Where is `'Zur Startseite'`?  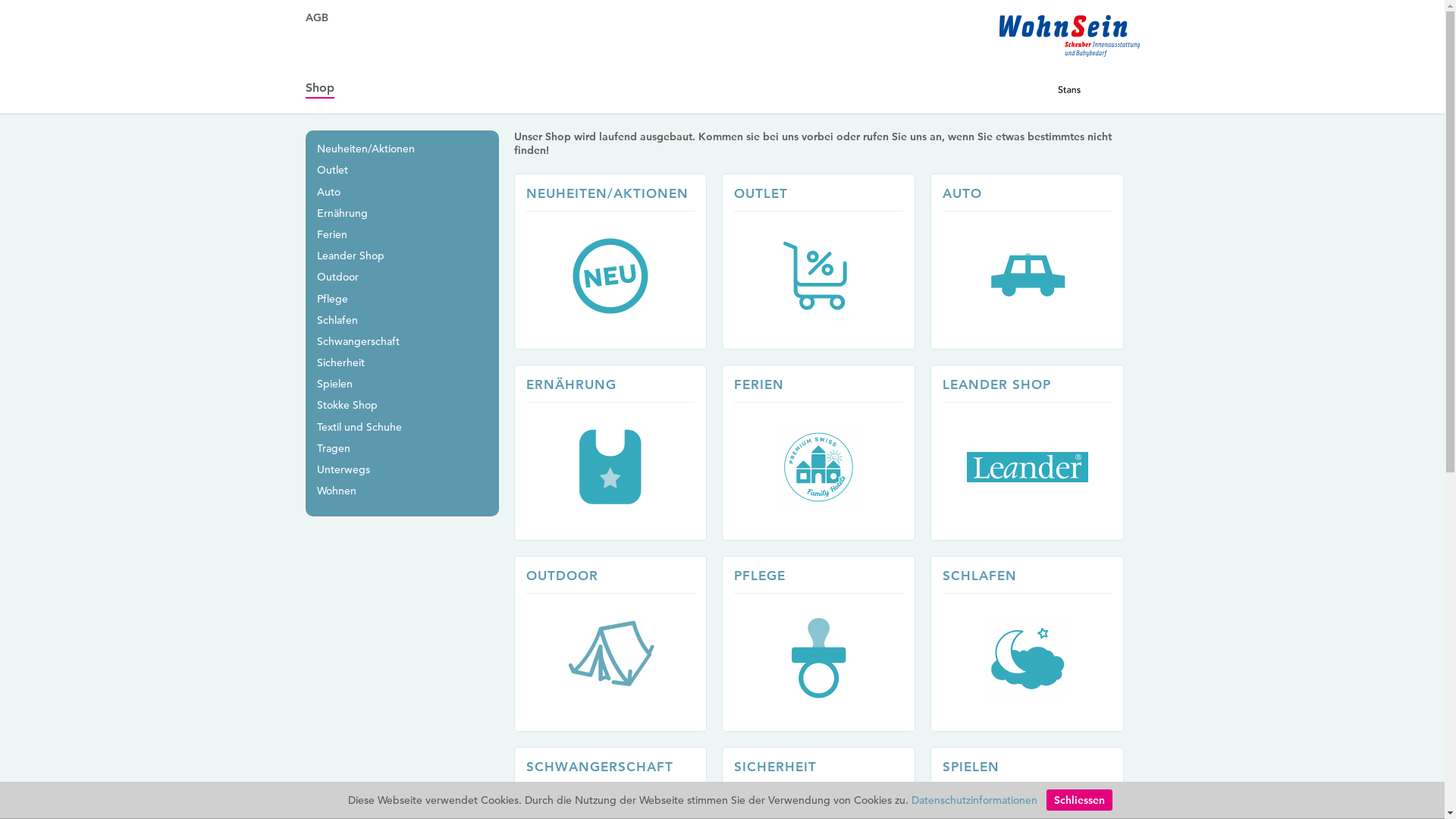
'Zur Startseite' is located at coordinates (999, 55).